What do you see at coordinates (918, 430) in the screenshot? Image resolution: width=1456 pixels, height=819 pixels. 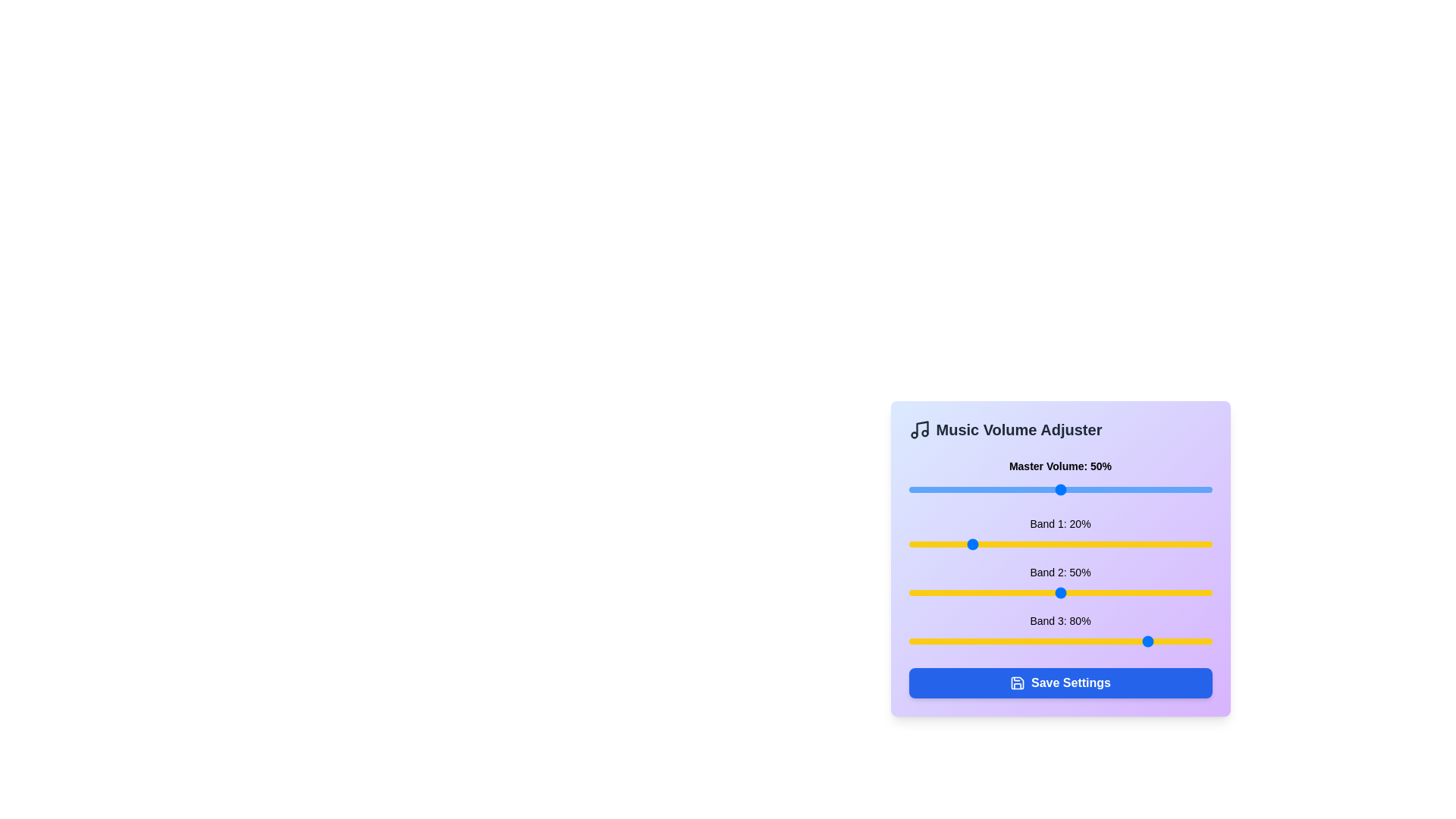 I see `the music volume adjuster icon located at the top-left corner of the 'Music Volume Adjuster' section` at bounding box center [918, 430].